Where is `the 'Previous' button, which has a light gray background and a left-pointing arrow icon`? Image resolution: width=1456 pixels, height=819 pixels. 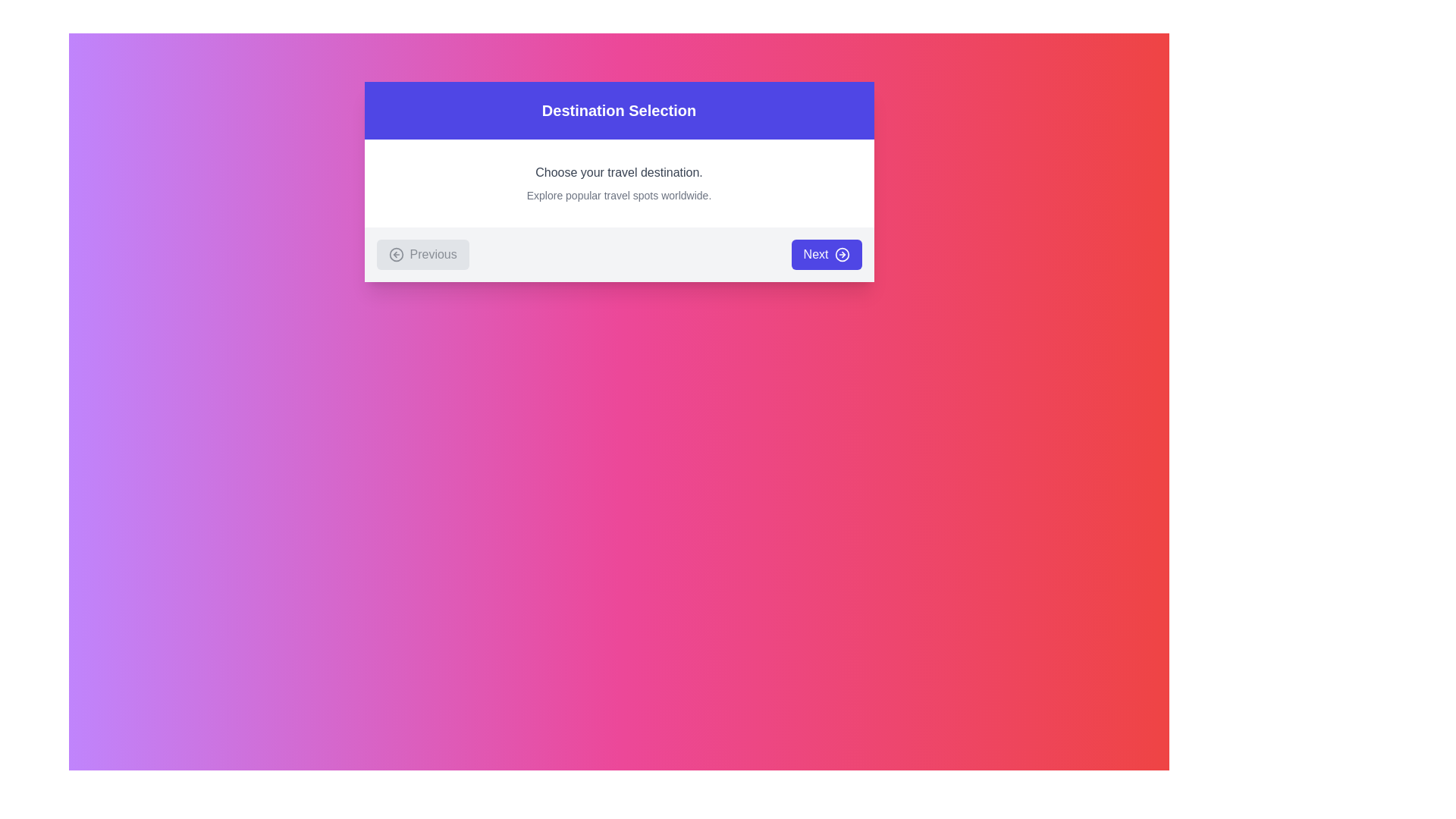
the 'Previous' button, which has a light gray background and a left-pointing arrow icon is located at coordinates (422, 253).